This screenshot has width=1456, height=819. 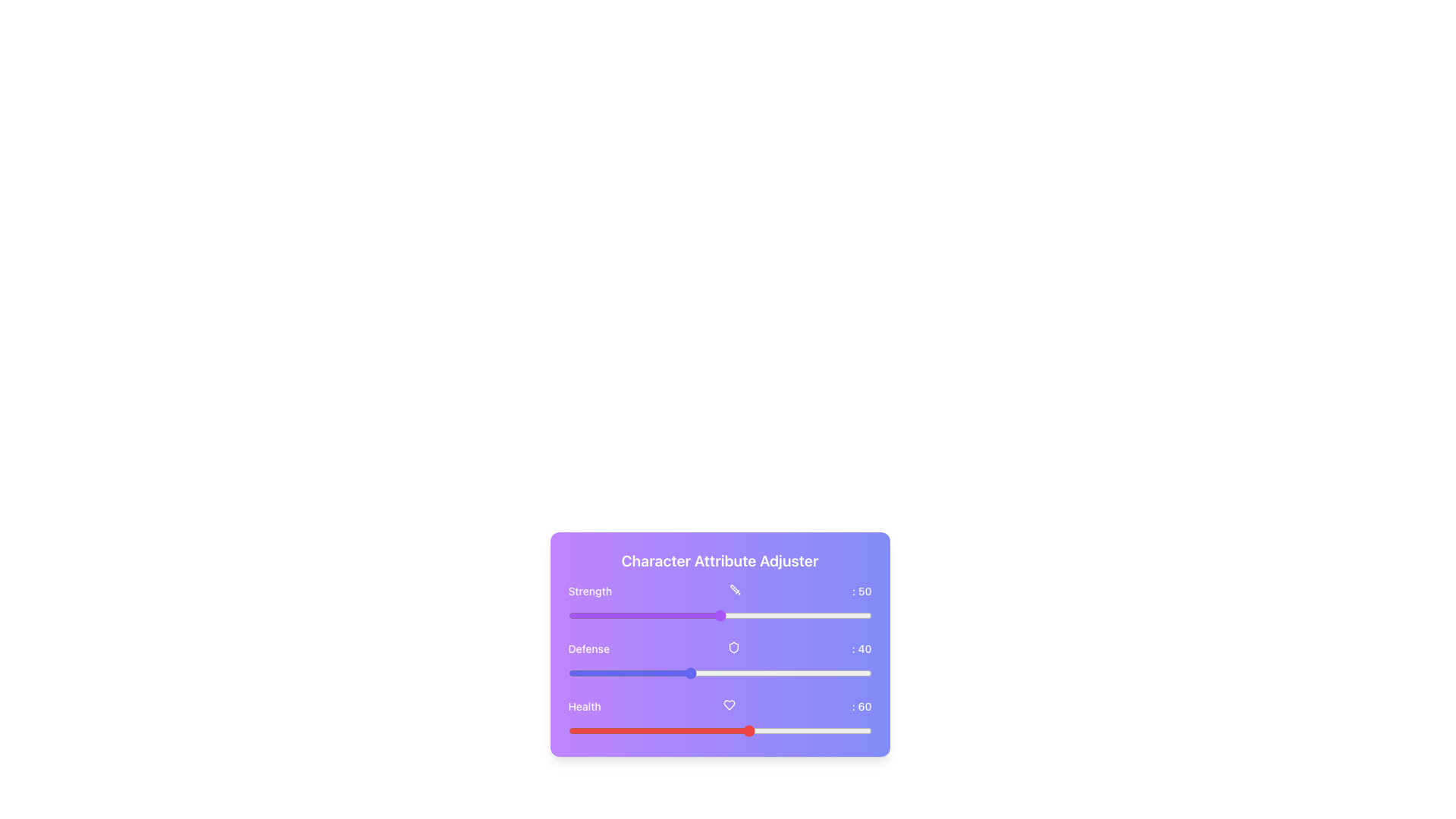 What do you see at coordinates (641, 616) in the screenshot?
I see `the Strength attribute` at bounding box center [641, 616].